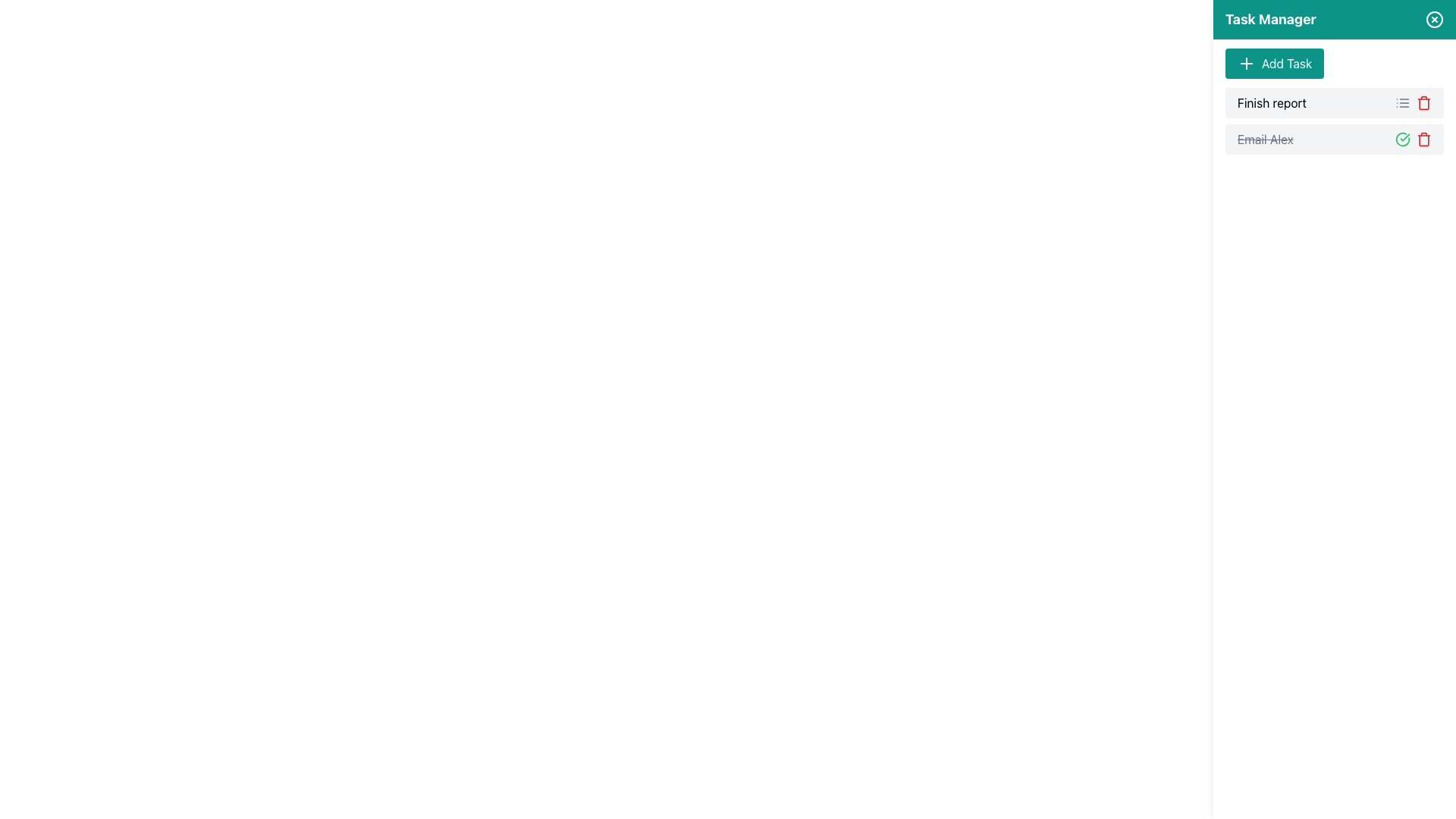 This screenshot has width=1456, height=819. Describe the element at coordinates (1265, 140) in the screenshot. I see `text label indicating the task named 'Email Alex', which is marked as completed in the Task Manager section` at that location.